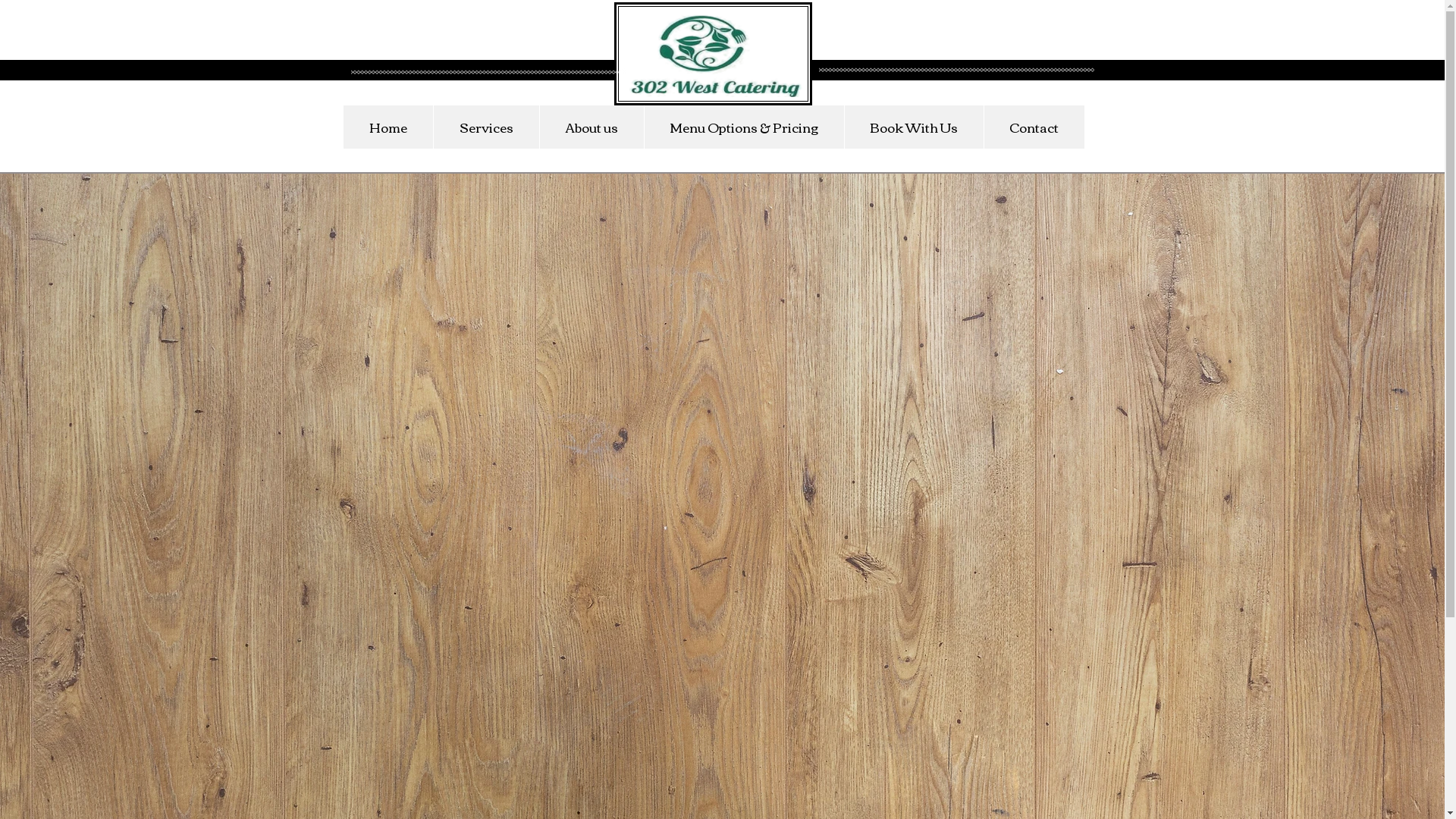 The image size is (1456, 819). What do you see at coordinates (912, 126) in the screenshot?
I see `'Book With Us'` at bounding box center [912, 126].